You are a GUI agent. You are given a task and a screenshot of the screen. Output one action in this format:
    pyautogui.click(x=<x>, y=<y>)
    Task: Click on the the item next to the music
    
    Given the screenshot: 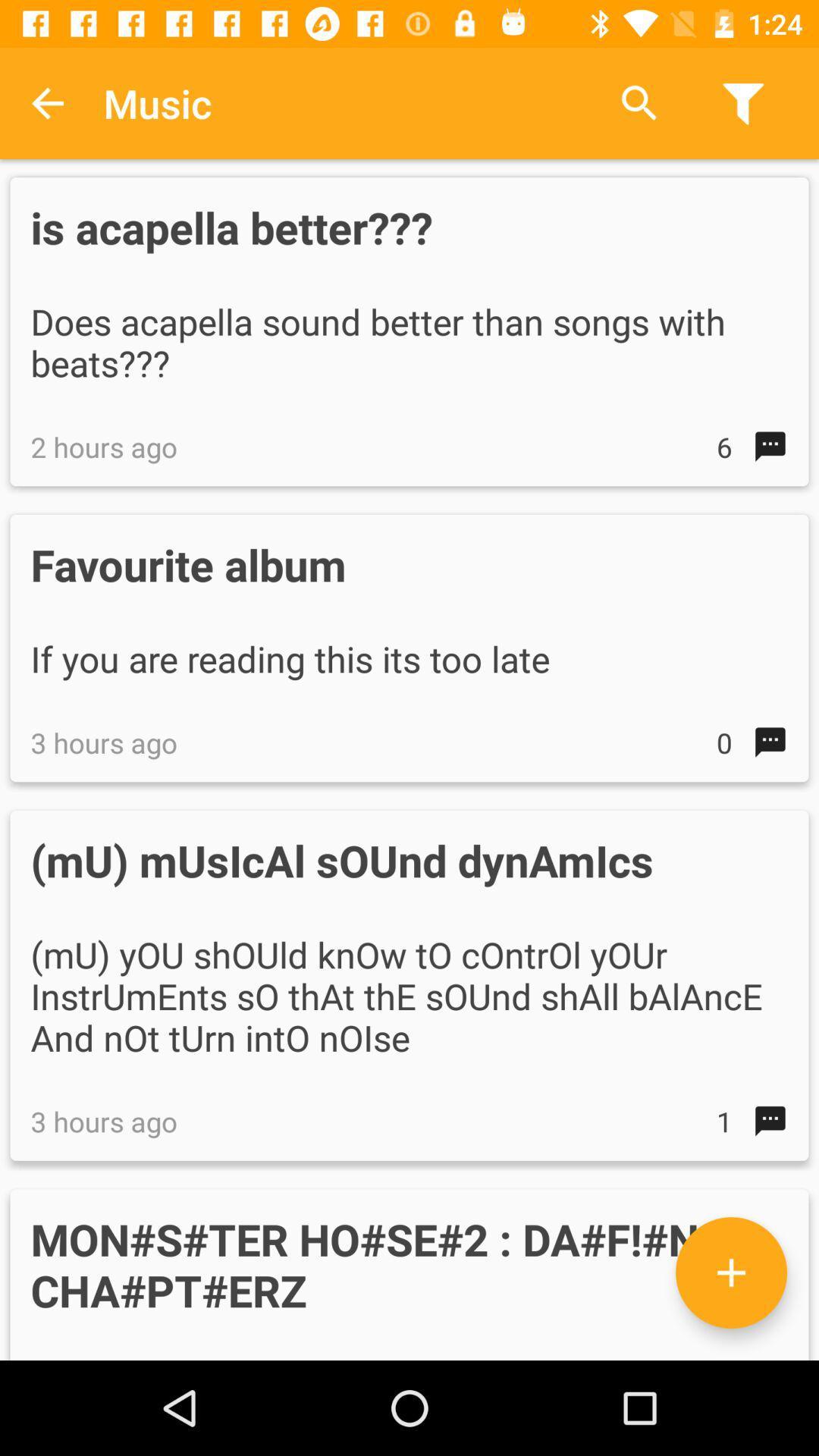 What is the action you would take?
    pyautogui.click(x=639, y=102)
    